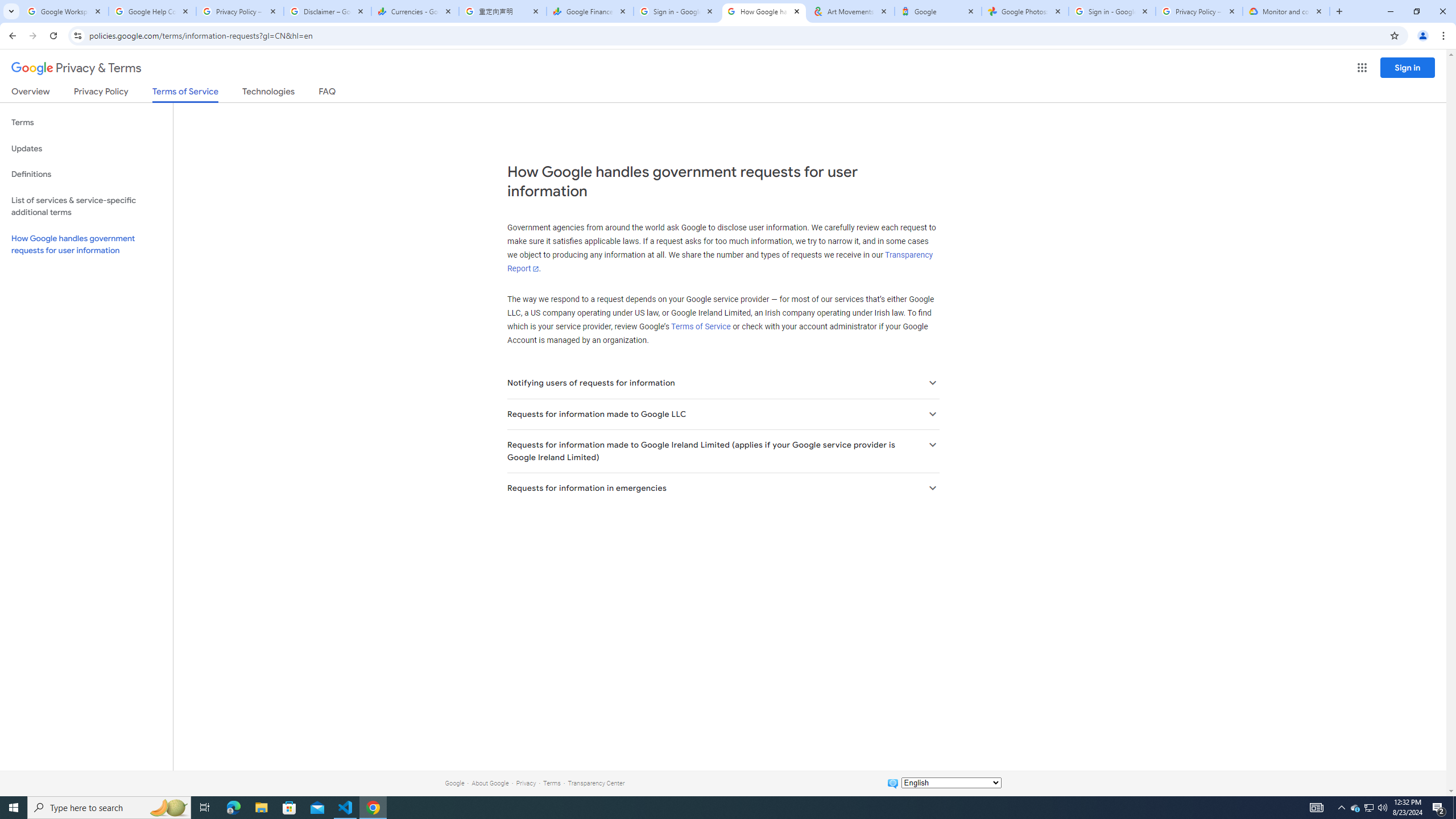  What do you see at coordinates (950, 781) in the screenshot?
I see `'Change language:'` at bounding box center [950, 781].